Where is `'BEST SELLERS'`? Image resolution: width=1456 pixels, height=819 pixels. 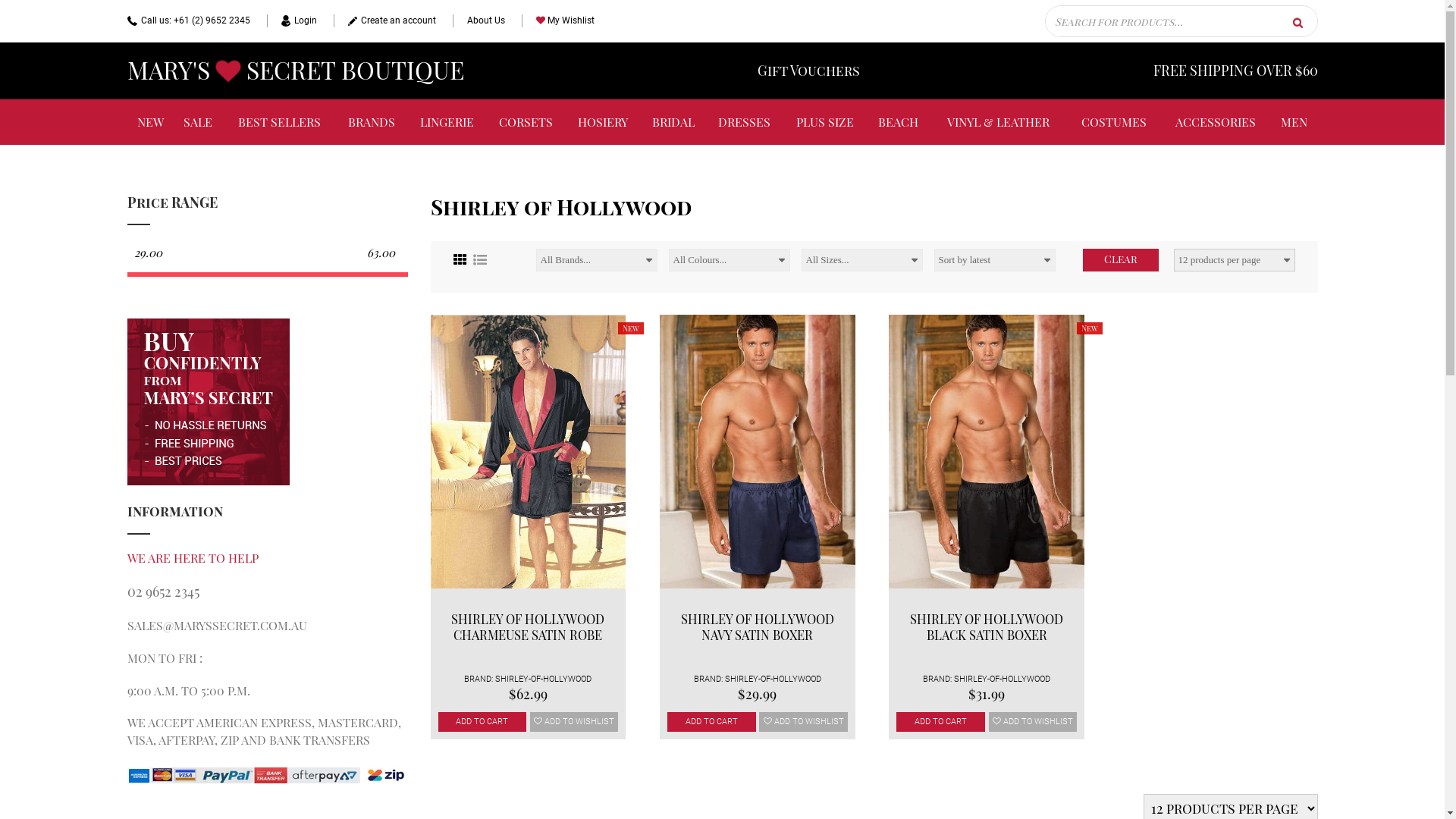
'BEST SELLERS' is located at coordinates (280, 121).